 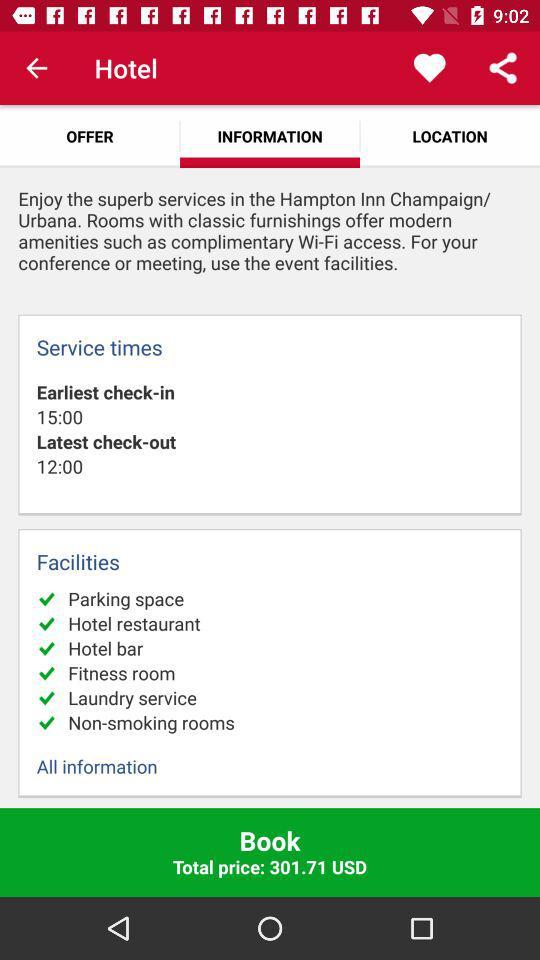 What do you see at coordinates (449, 135) in the screenshot?
I see `location app` at bounding box center [449, 135].